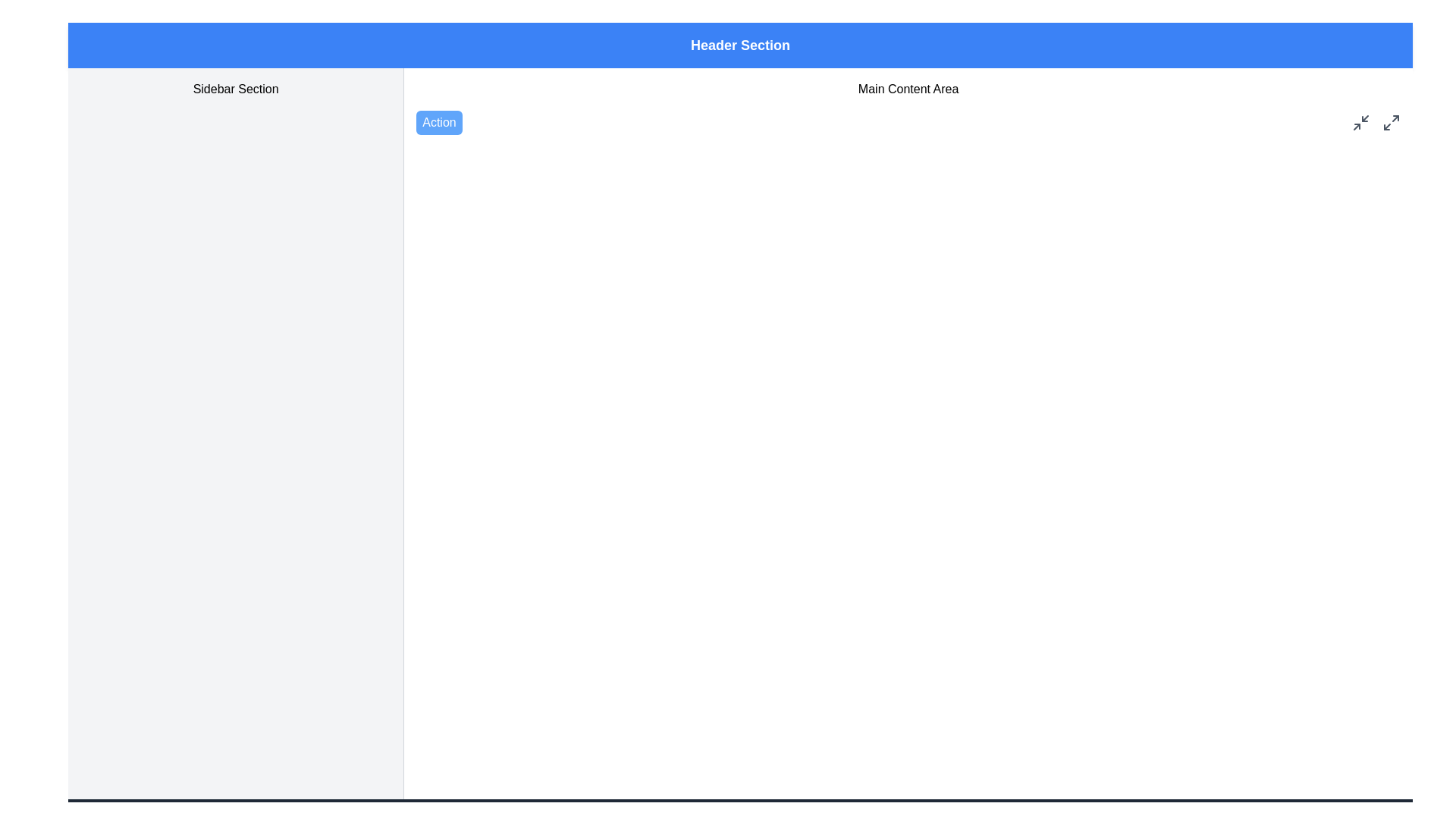 The image size is (1456, 819). Describe the element at coordinates (438, 122) in the screenshot. I see `the interactive button located on the left-hand side of the main content area, near the top of the page, under the header section` at that location.